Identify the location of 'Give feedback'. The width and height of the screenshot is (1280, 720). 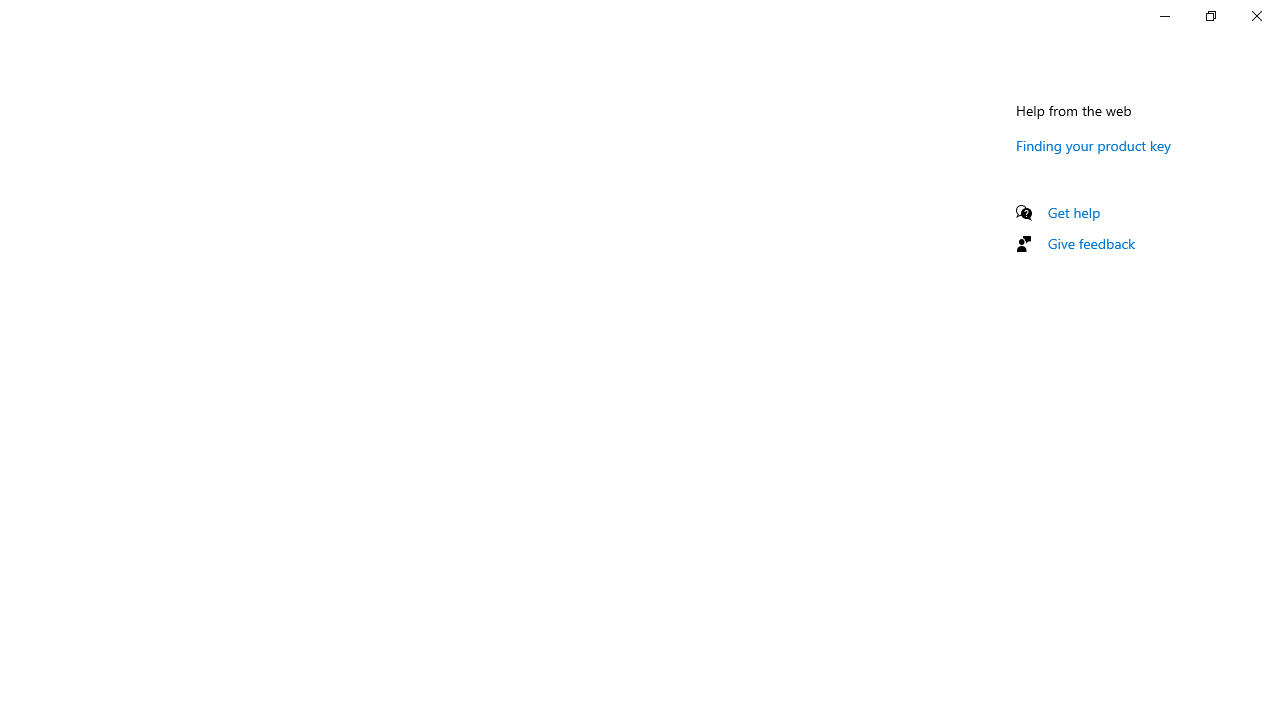
(1090, 242).